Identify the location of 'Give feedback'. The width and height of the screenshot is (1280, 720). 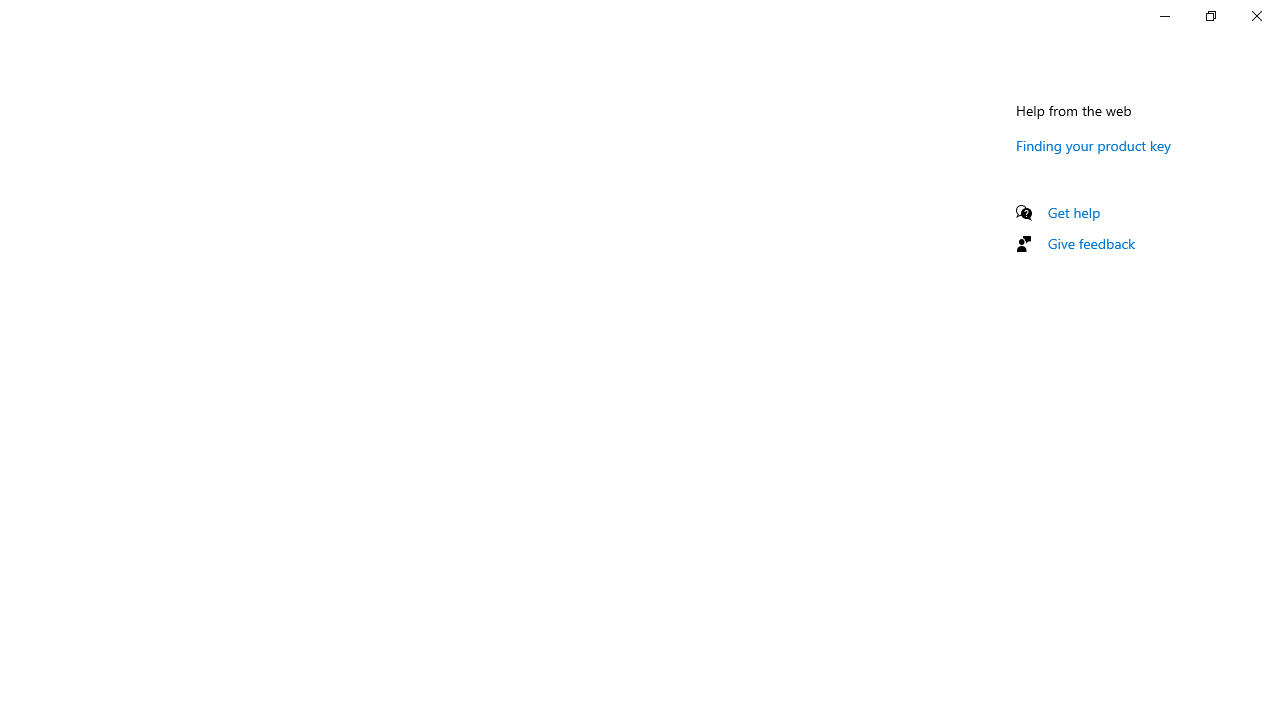
(1090, 242).